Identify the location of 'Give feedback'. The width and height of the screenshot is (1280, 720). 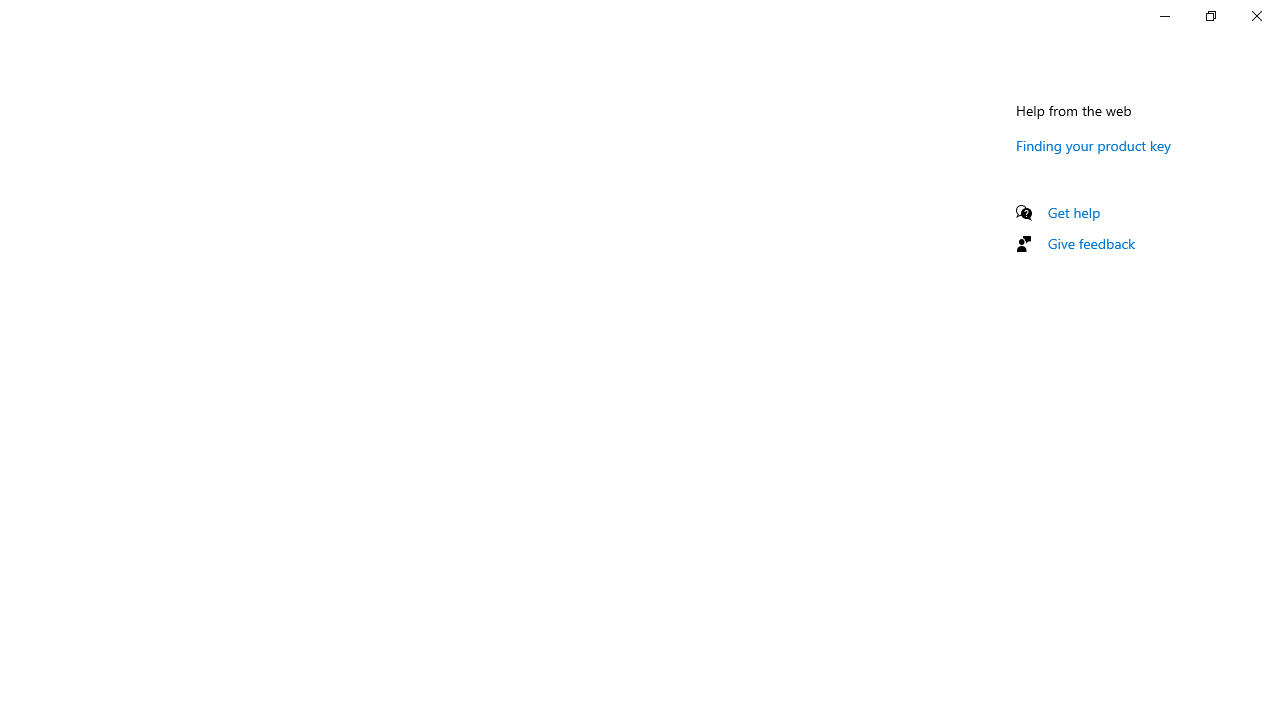
(1090, 242).